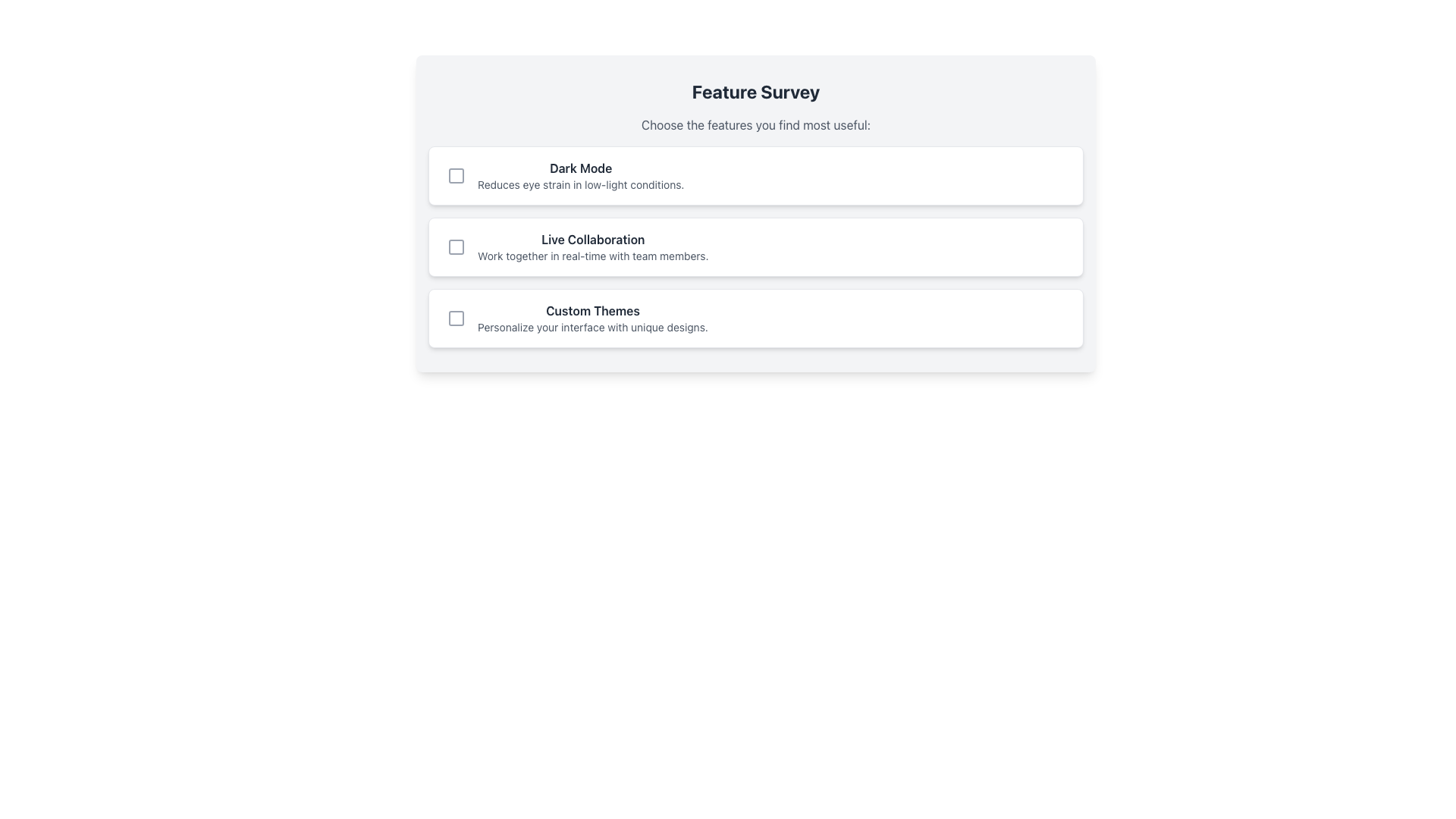 This screenshot has height=819, width=1456. I want to click on the checkboxes in the 'Feature Survey' section to select features, specifically targeting the second block in the list of feature options, so click(756, 213).